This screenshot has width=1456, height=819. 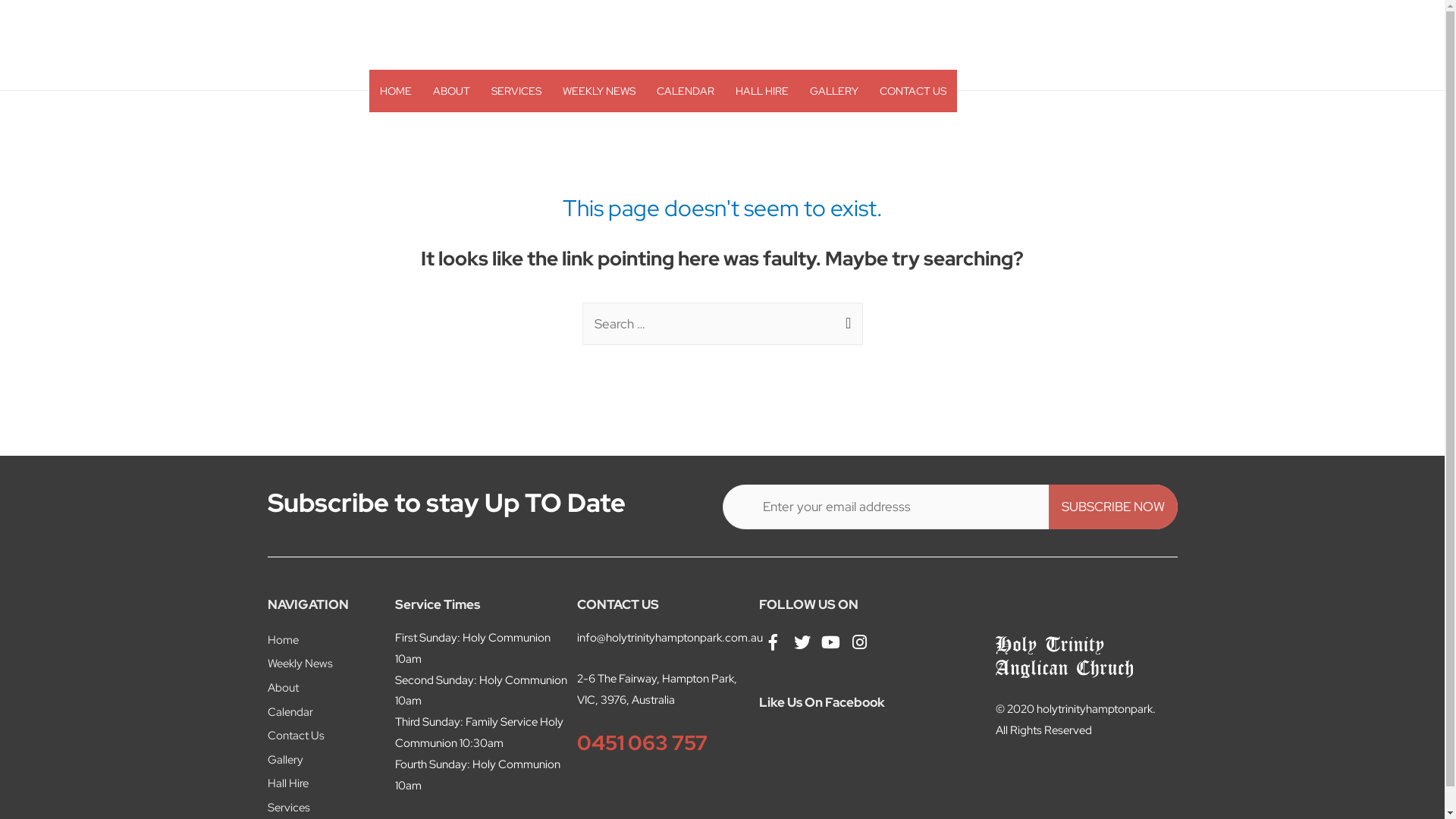 I want to click on 'Gallery', so click(x=284, y=760).